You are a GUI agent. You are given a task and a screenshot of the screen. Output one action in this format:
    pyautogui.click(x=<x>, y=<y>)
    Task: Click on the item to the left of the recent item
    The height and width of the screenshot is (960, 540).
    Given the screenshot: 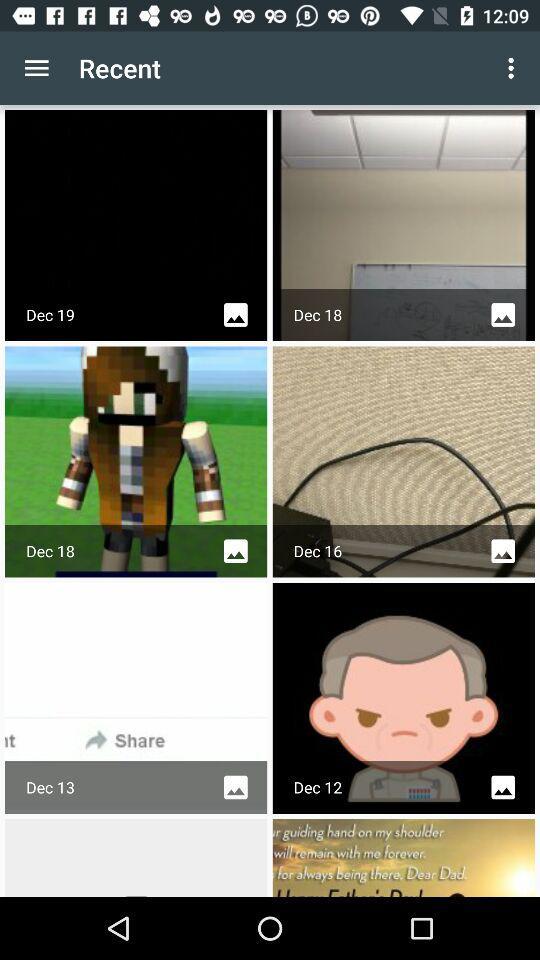 What is the action you would take?
    pyautogui.click(x=36, y=68)
    